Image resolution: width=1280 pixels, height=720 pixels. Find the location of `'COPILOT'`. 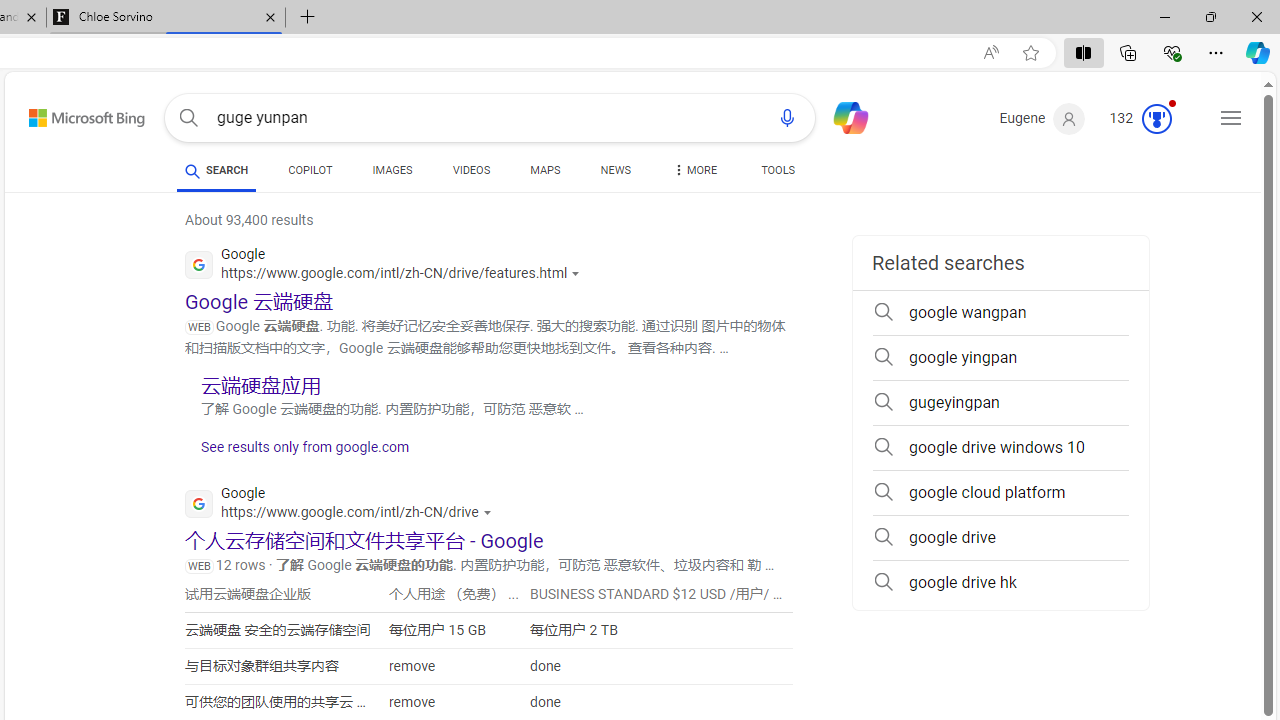

'COPILOT' is located at coordinates (309, 170).